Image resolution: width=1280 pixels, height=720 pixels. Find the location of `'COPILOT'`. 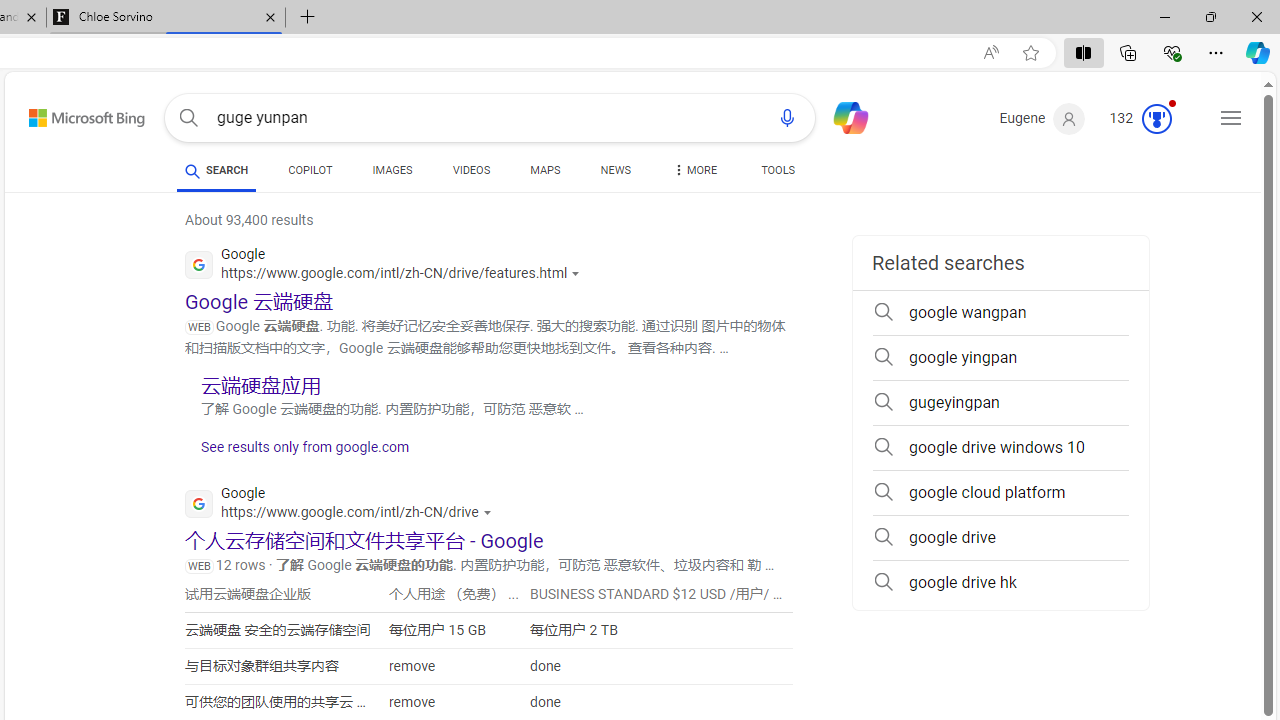

'COPILOT' is located at coordinates (309, 170).